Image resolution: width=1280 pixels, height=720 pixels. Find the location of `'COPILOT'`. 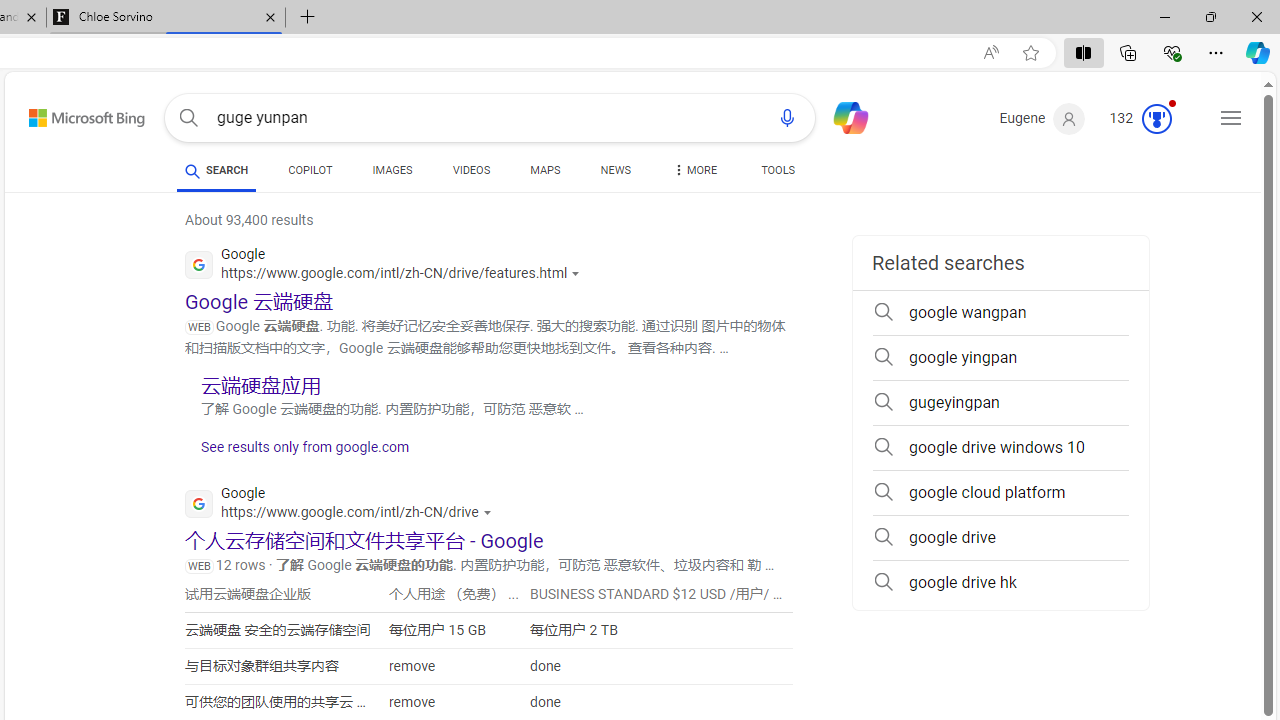

'COPILOT' is located at coordinates (309, 170).